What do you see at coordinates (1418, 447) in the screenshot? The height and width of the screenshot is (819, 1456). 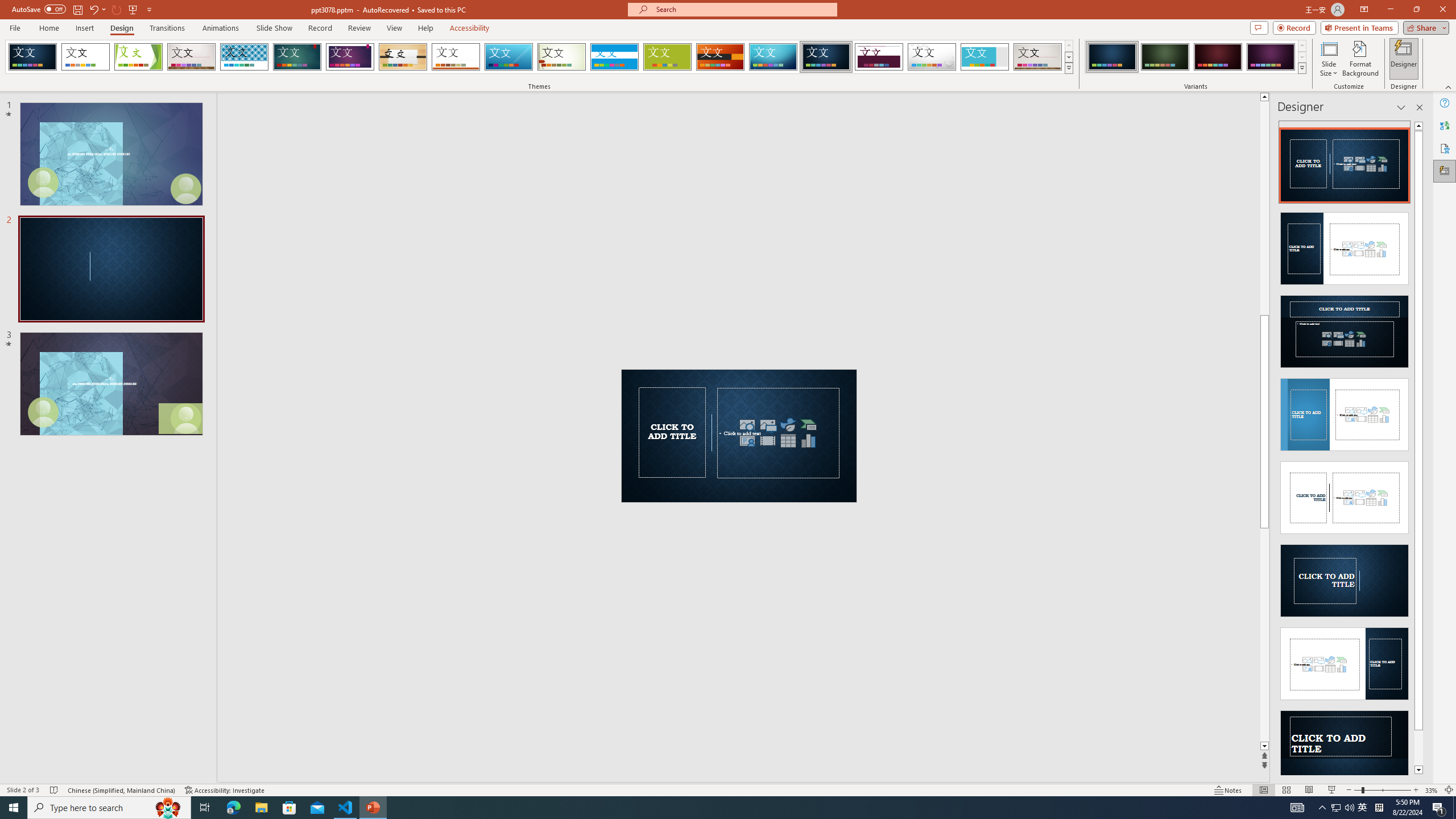 I see `'Class: NetUIScrollBar'` at bounding box center [1418, 447].